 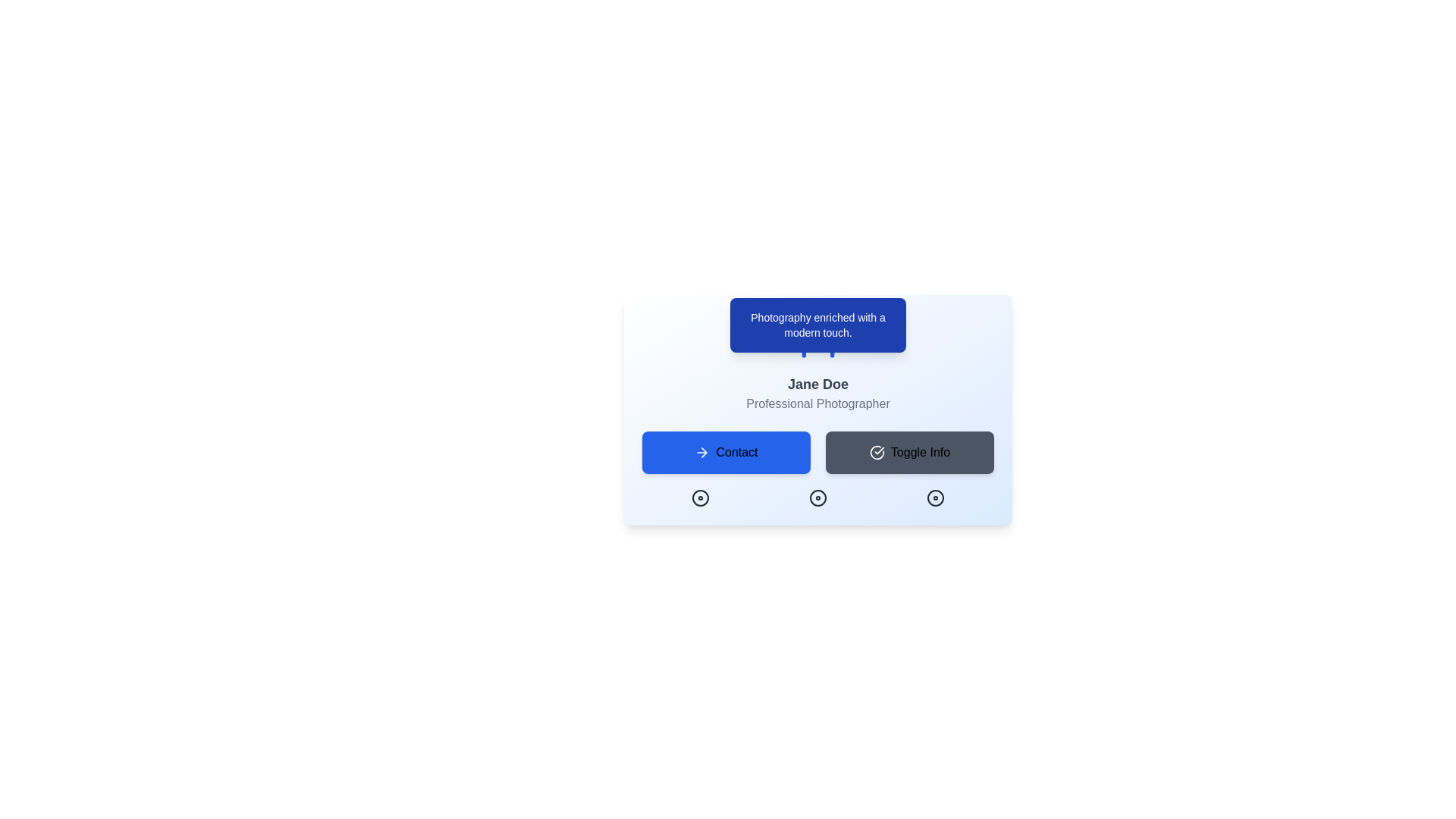 What do you see at coordinates (700, 497) in the screenshot?
I see `the first circular SVG icon located at the bottom section of the interface` at bounding box center [700, 497].